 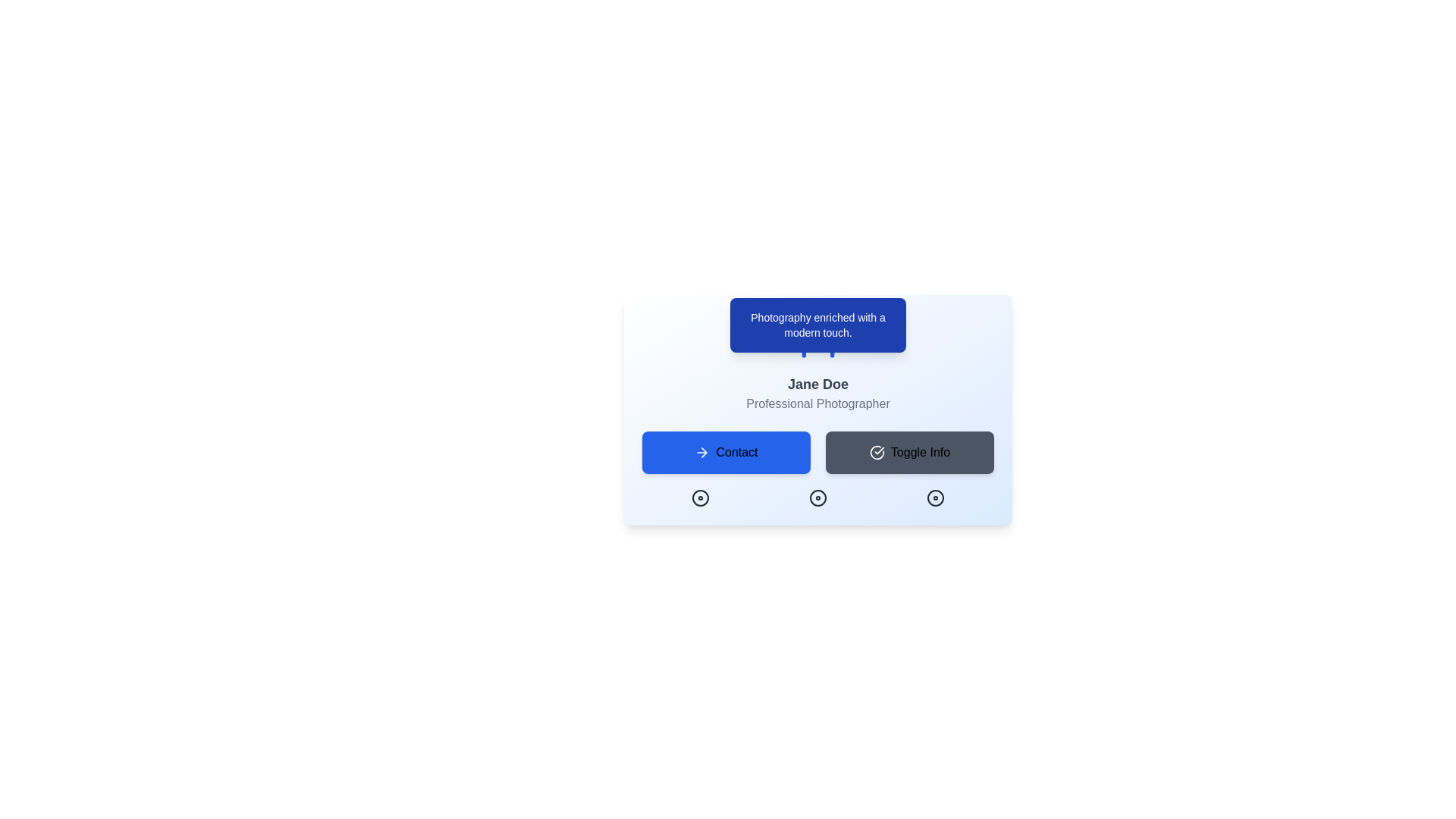 What do you see at coordinates (700, 497) in the screenshot?
I see `the first circular SVG icon located at the bottom section of the interface` at bounding box center [700, 497].